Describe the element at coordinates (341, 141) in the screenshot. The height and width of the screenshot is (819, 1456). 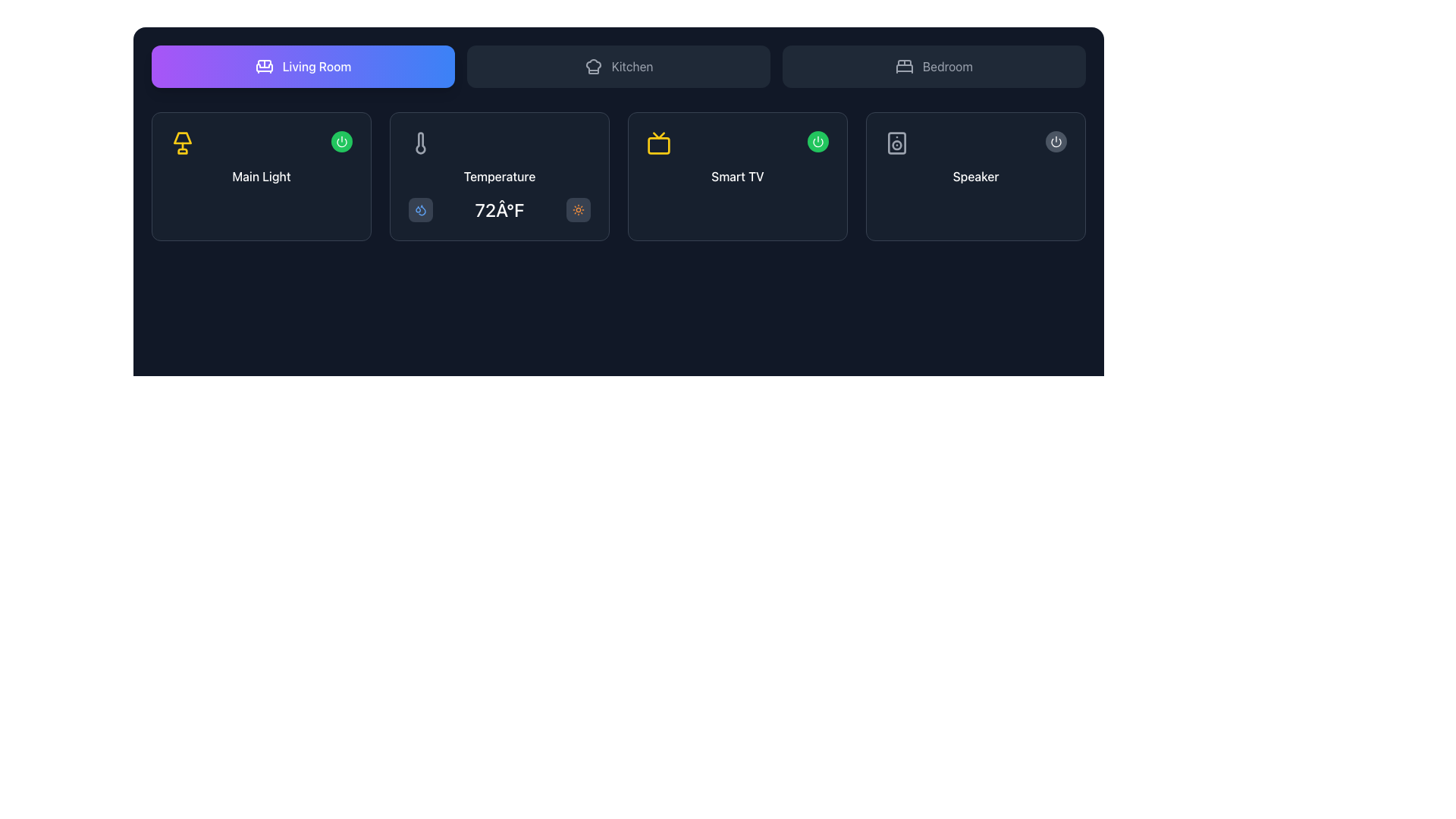
I see `the circular green button with a white power symbol in the top-right corner of the 'Main Light' card` at that location.